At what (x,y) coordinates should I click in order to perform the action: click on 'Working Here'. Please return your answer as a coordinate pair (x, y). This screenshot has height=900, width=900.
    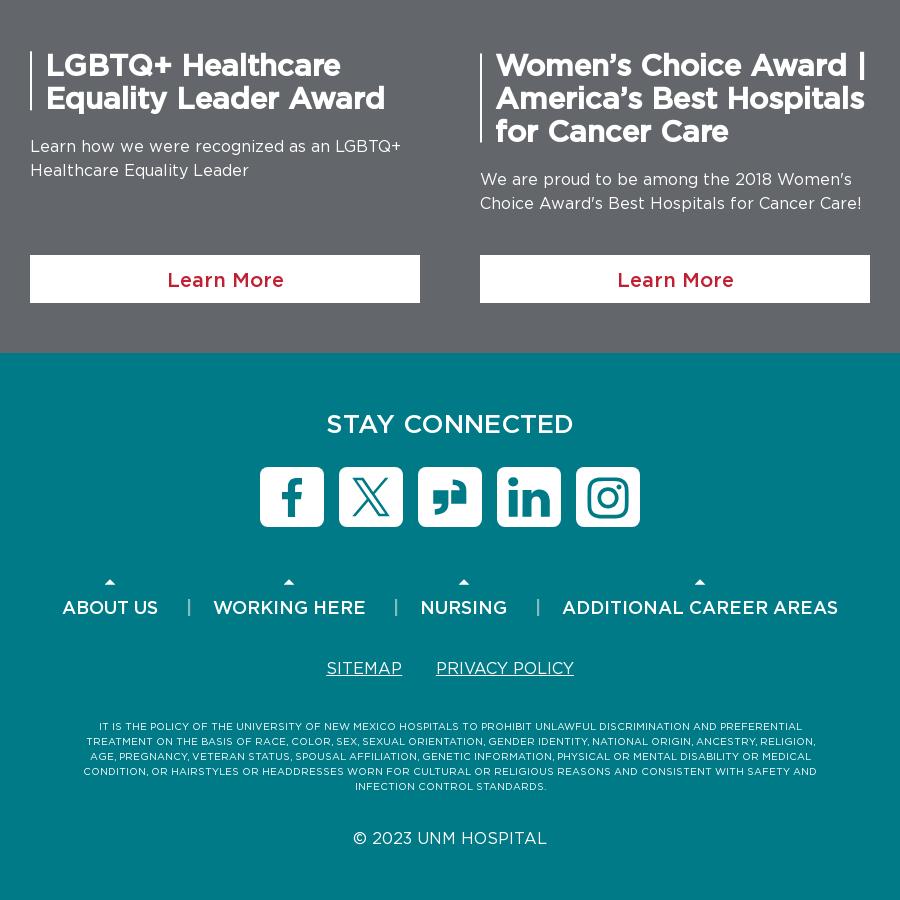
    Looking at the image, I should click on (287, 606).